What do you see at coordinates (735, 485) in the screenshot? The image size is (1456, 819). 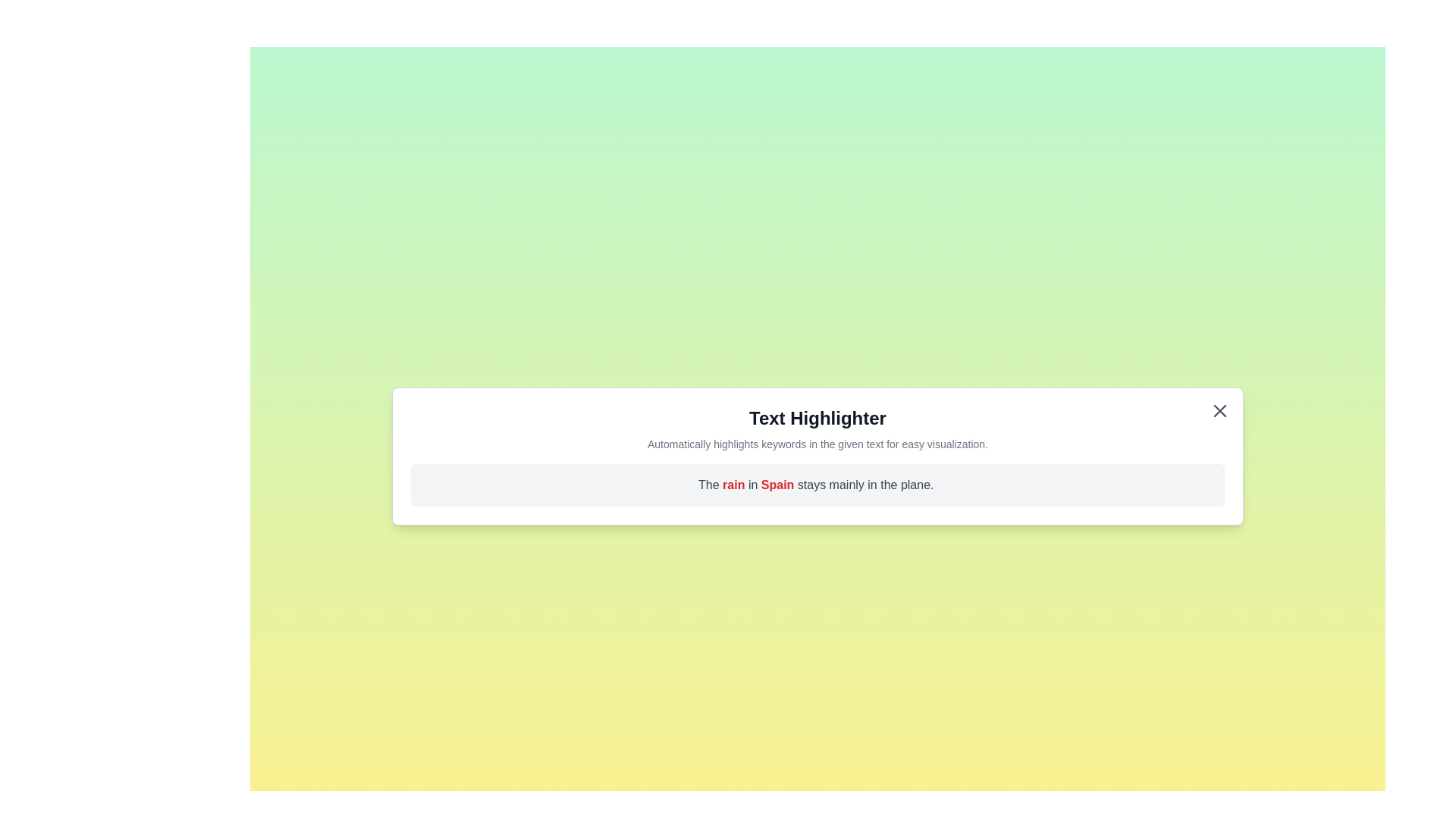 I see `the word rain in the text` at bounding box center [735, 485].